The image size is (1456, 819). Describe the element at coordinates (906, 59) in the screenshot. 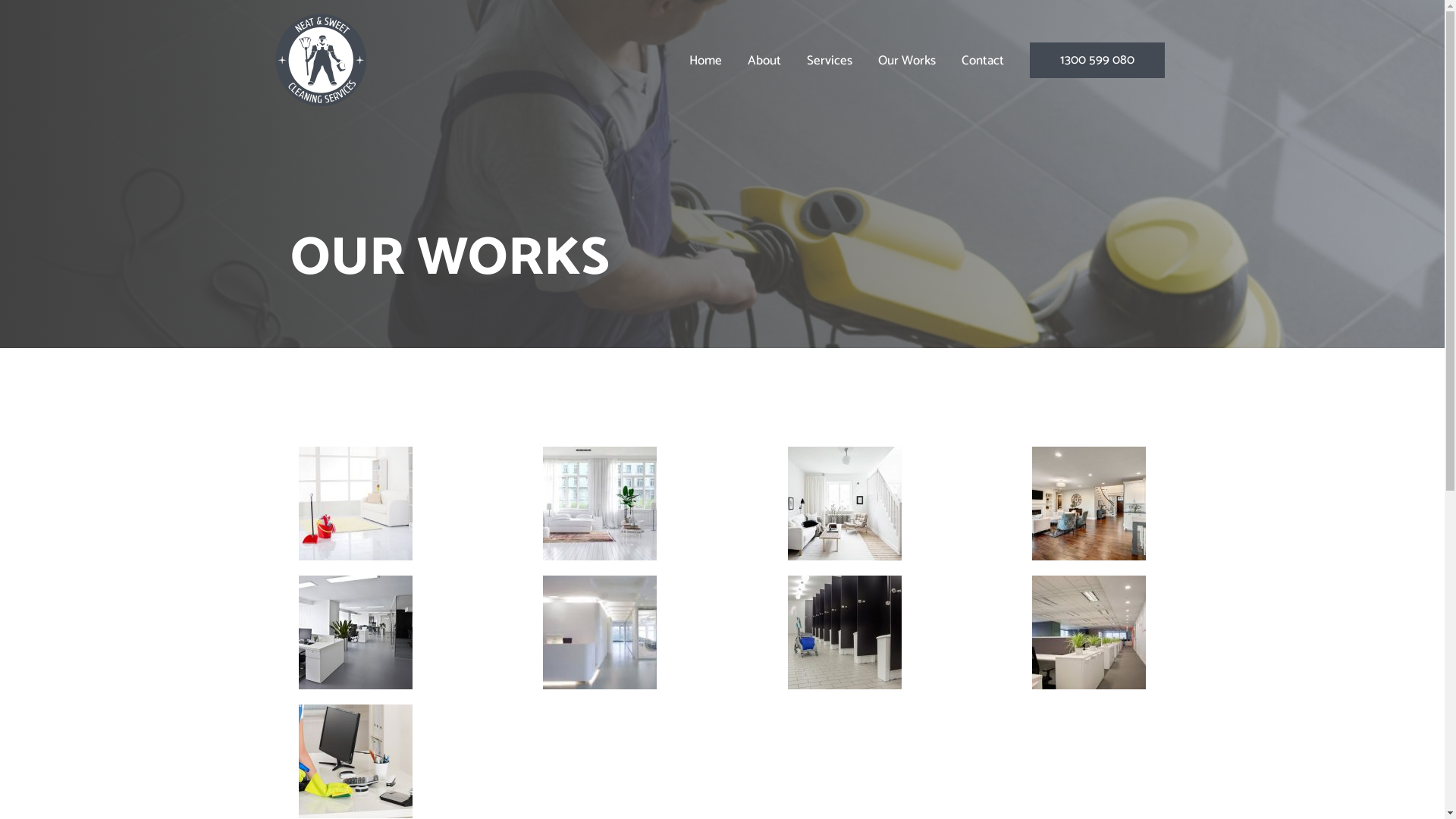

I see `'Our Works'` at that location.